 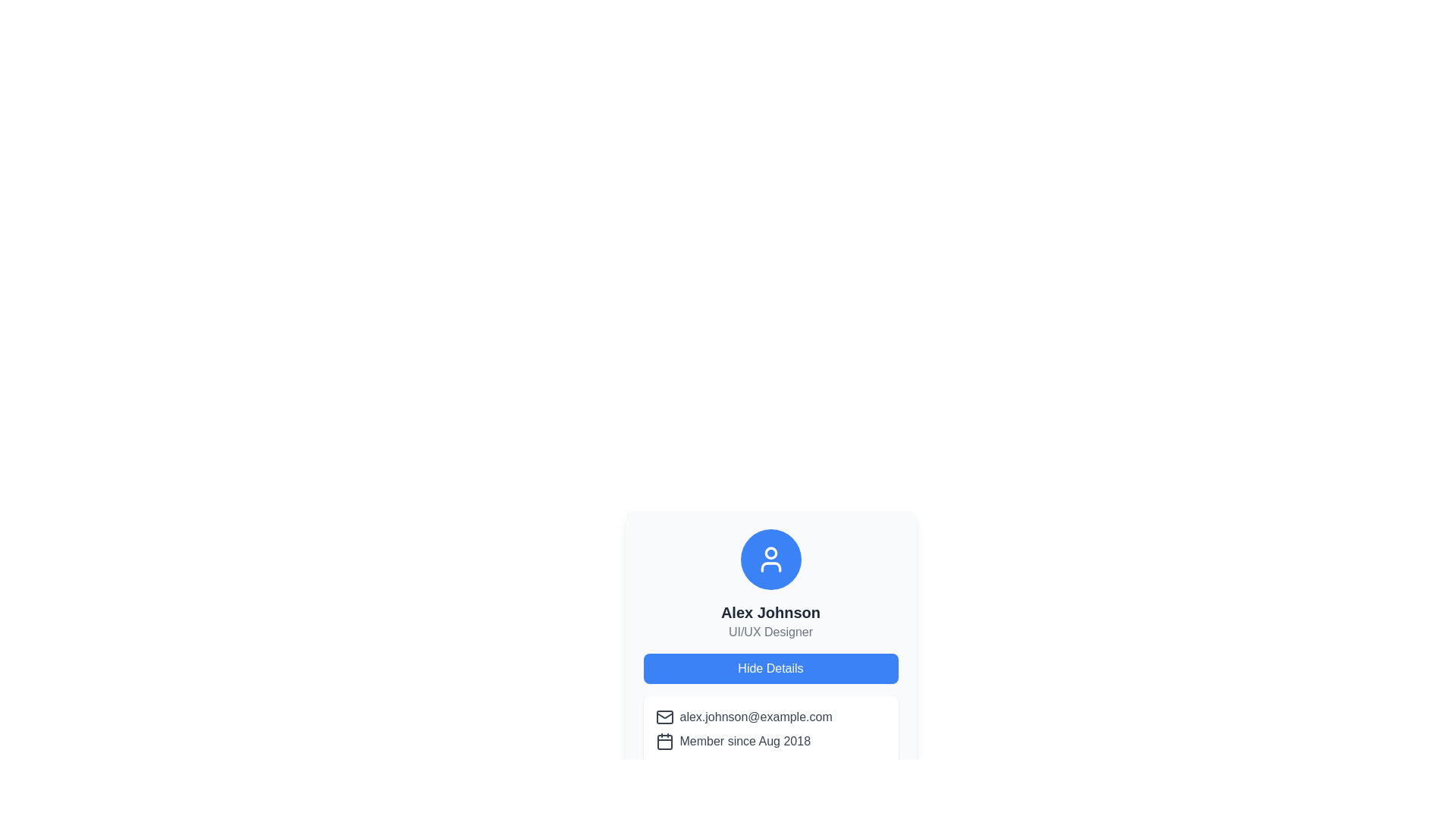 What do you see at coordinates (664, 717) in the screenshot?
I see `the envelope-shaped icon representing email, located next to the email address 'alex.johnson@example.com'` at bounding box center [664, 717].